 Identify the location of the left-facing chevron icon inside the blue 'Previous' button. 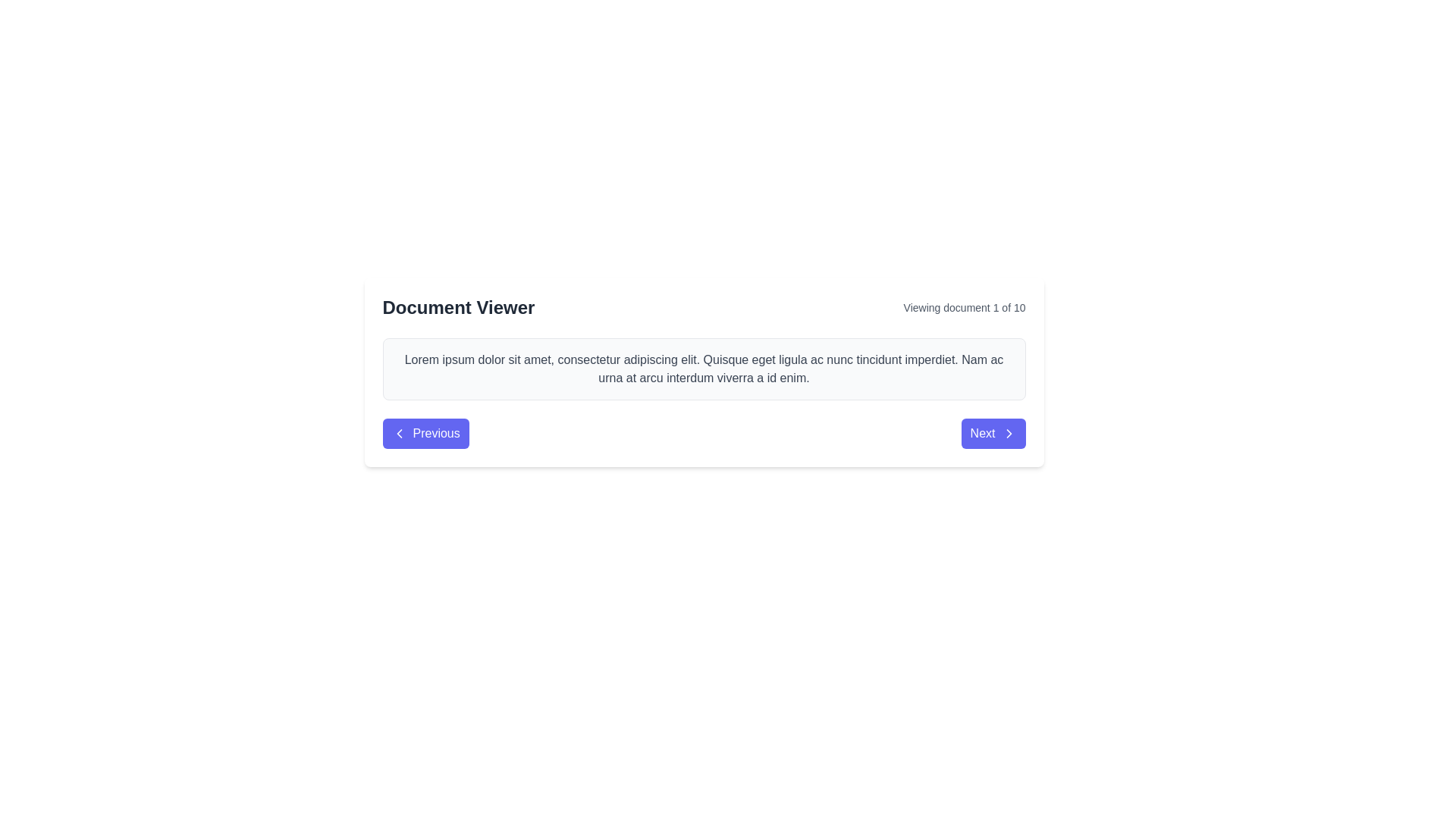
(399, 433).